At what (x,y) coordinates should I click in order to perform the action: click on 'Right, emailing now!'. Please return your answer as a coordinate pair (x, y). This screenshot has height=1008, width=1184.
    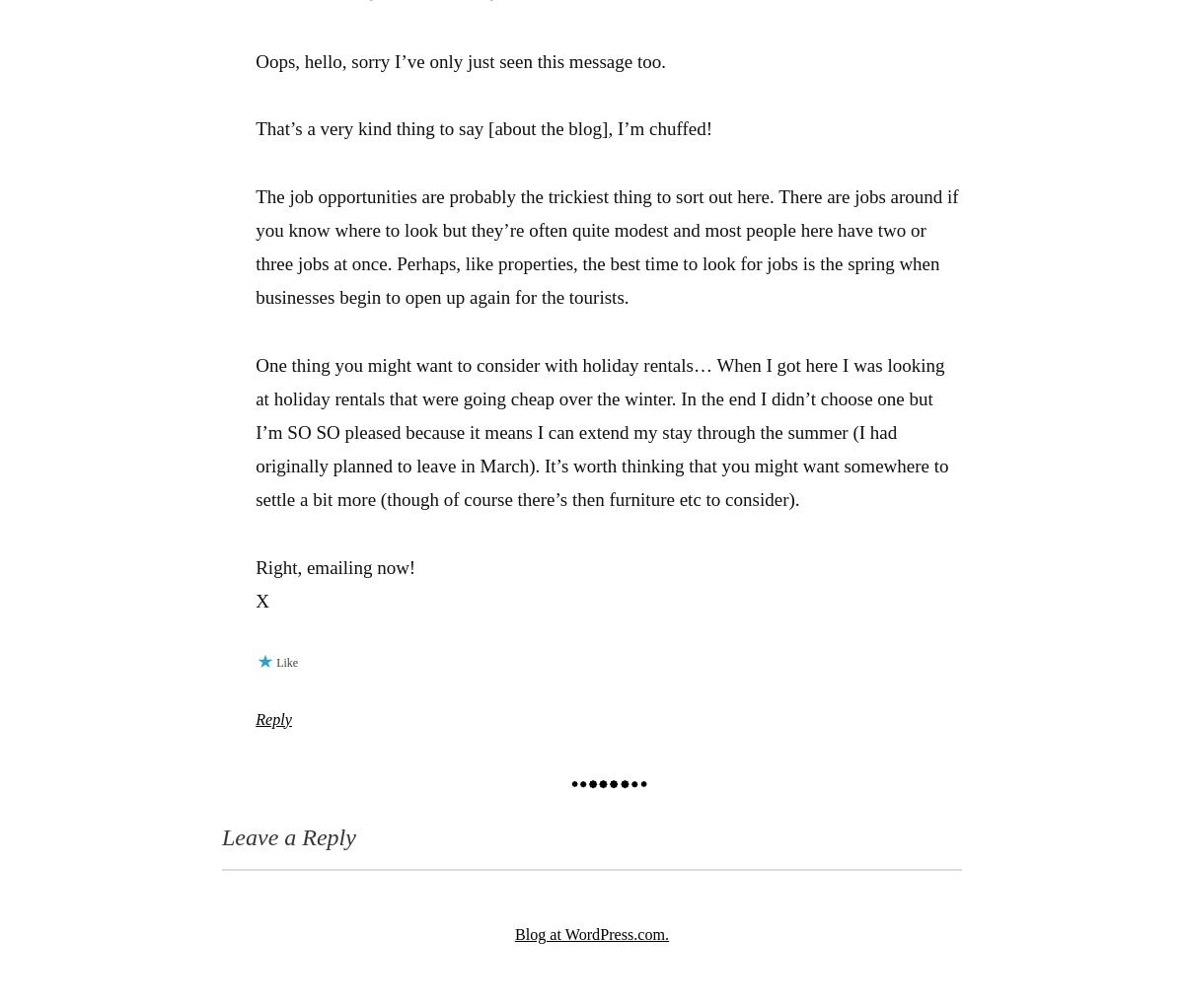
    Looking at the image, I should click on (334, 566).